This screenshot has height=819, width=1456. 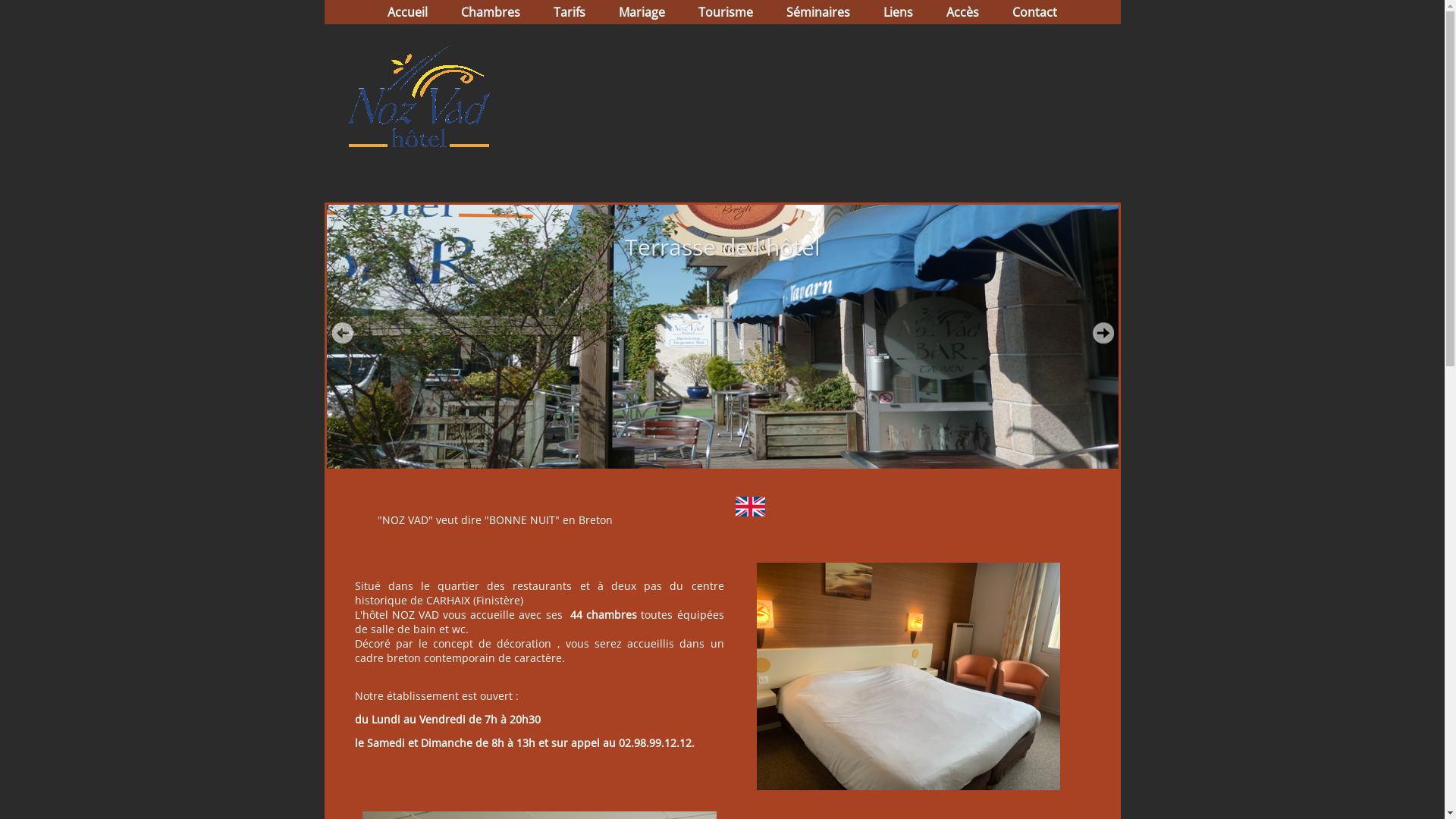 What do you see at coordinates (1092, 332) in the screenshot?
I see `'>'` at bounding box center [1092, 332].